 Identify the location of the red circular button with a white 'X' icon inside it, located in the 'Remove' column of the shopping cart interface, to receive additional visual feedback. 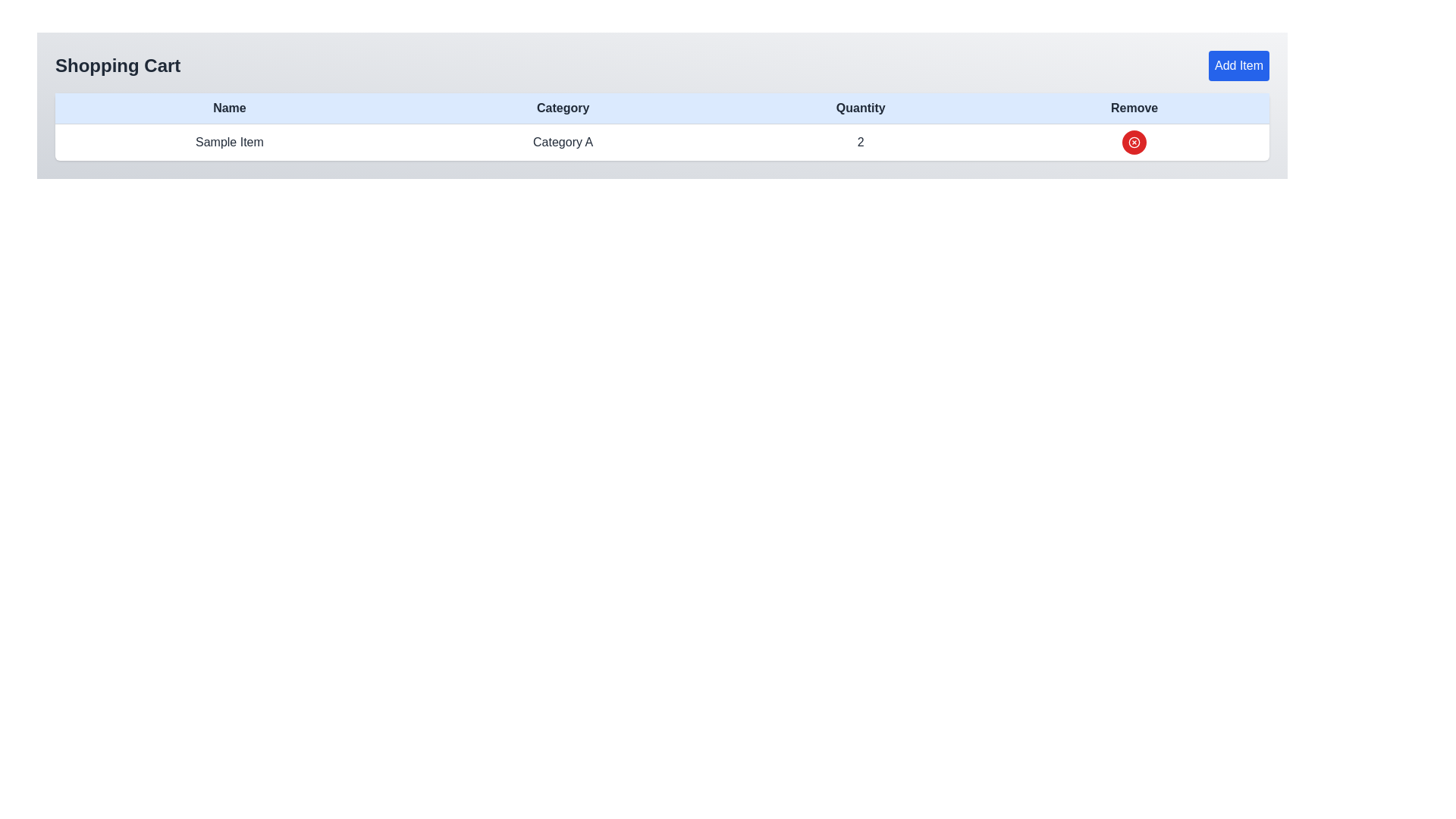
(1134, 143).